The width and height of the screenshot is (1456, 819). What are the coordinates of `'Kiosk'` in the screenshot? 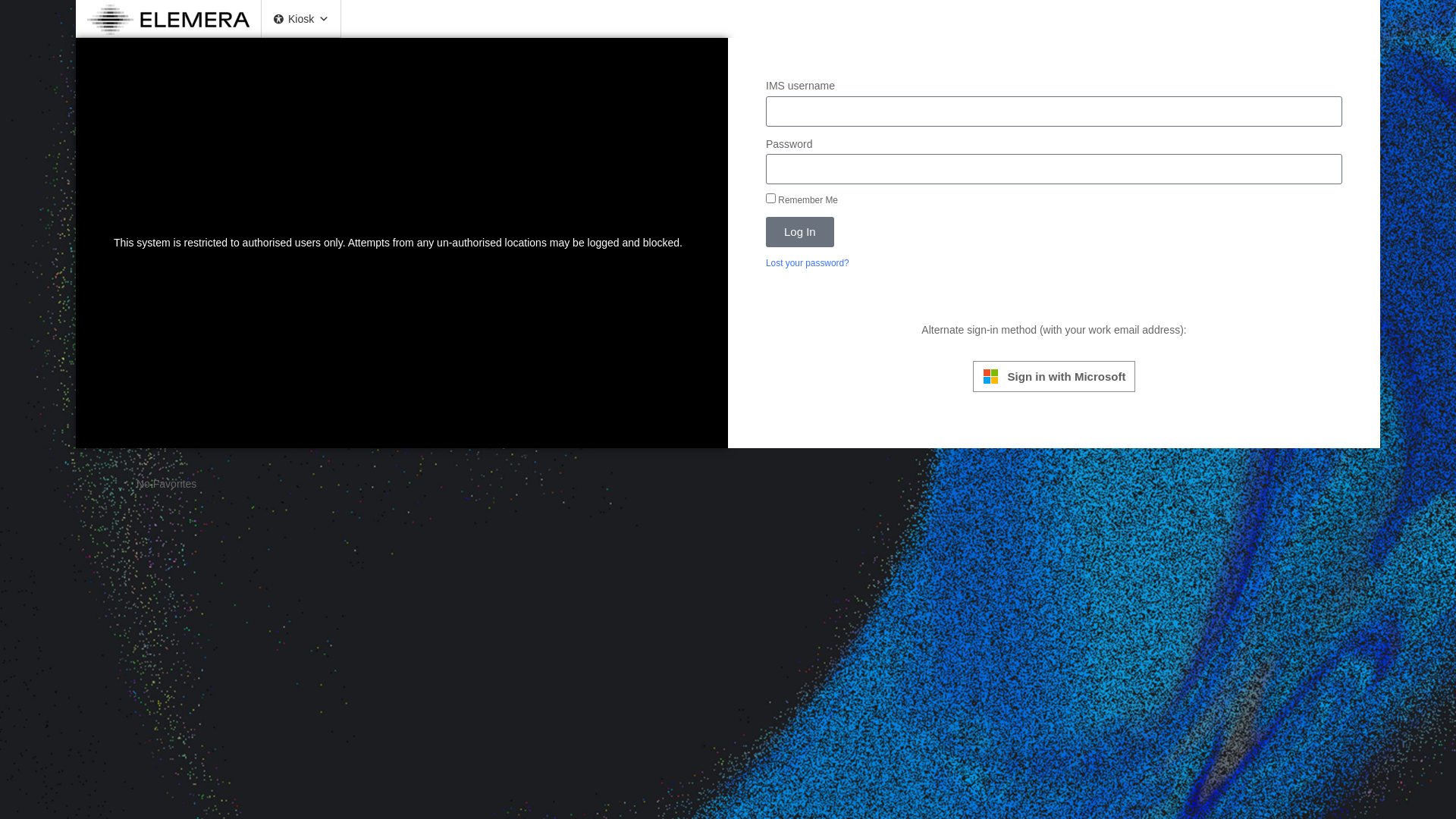 It's located at (262, 18).